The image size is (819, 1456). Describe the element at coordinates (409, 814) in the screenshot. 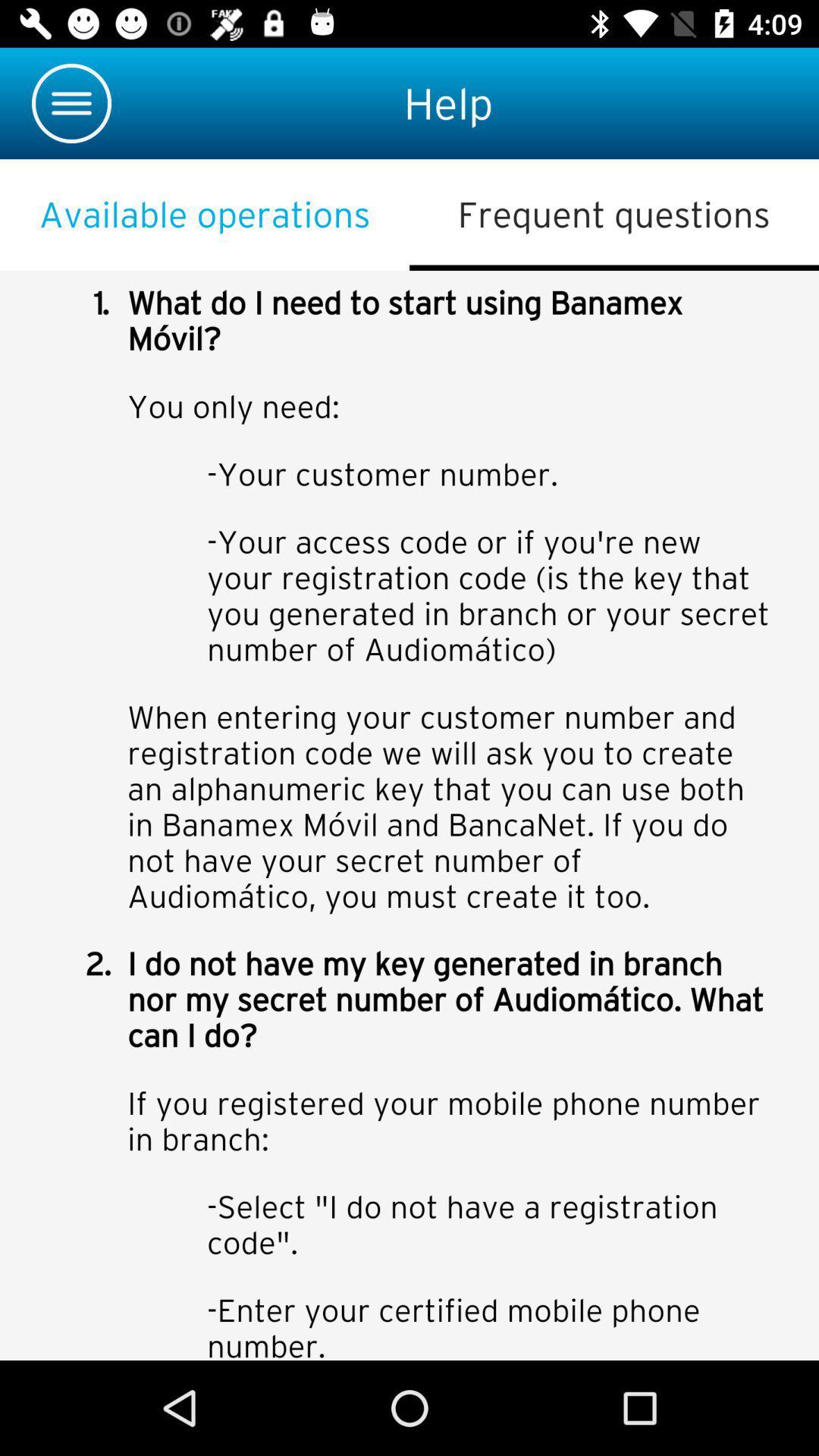

I see `colour pinter` at that location.